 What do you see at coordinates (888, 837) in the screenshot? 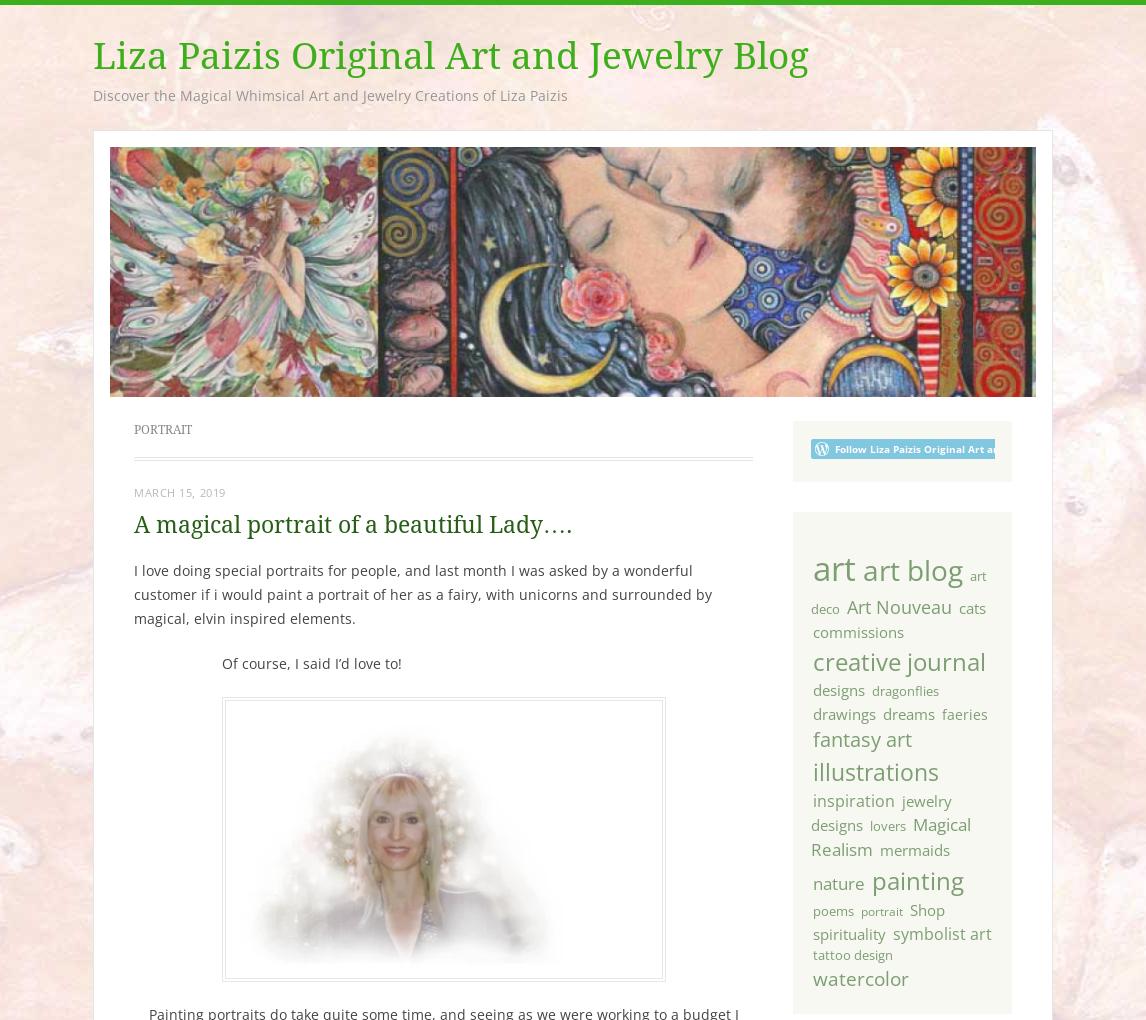
I see `'Magical Realism'` at bounding box center [888, 837].